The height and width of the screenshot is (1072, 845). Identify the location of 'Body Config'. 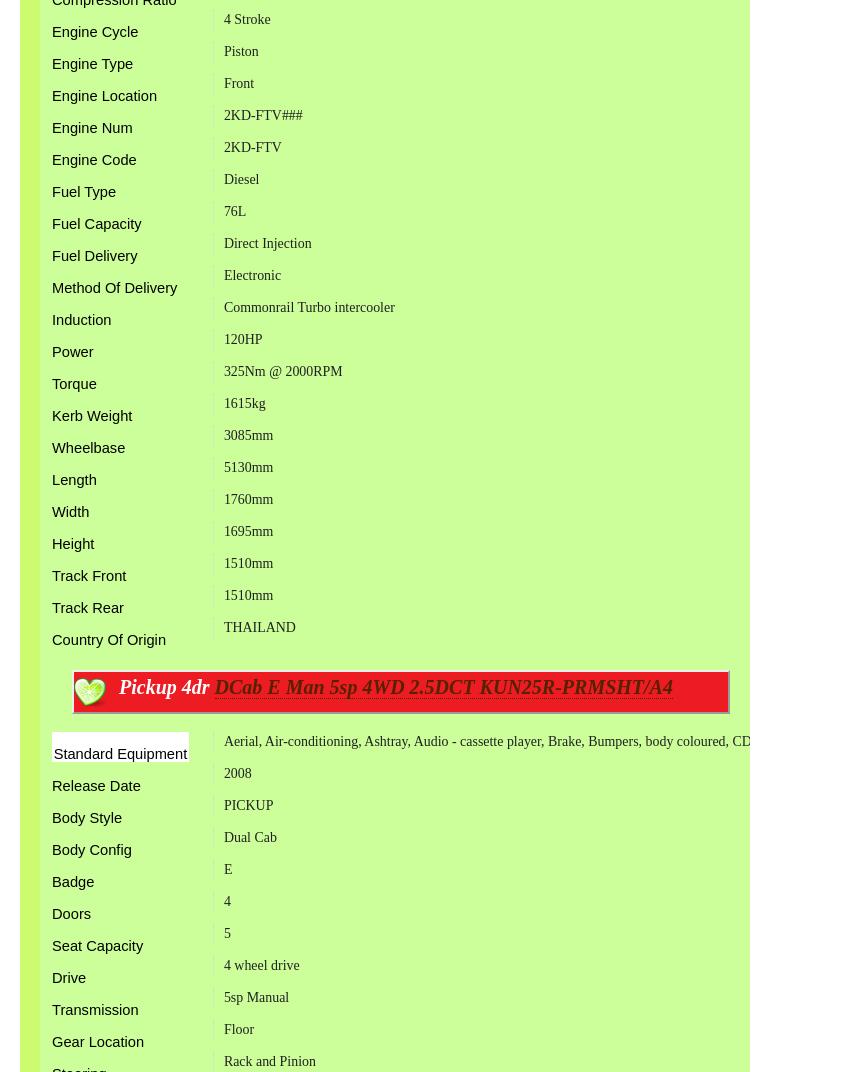
(91, 848).